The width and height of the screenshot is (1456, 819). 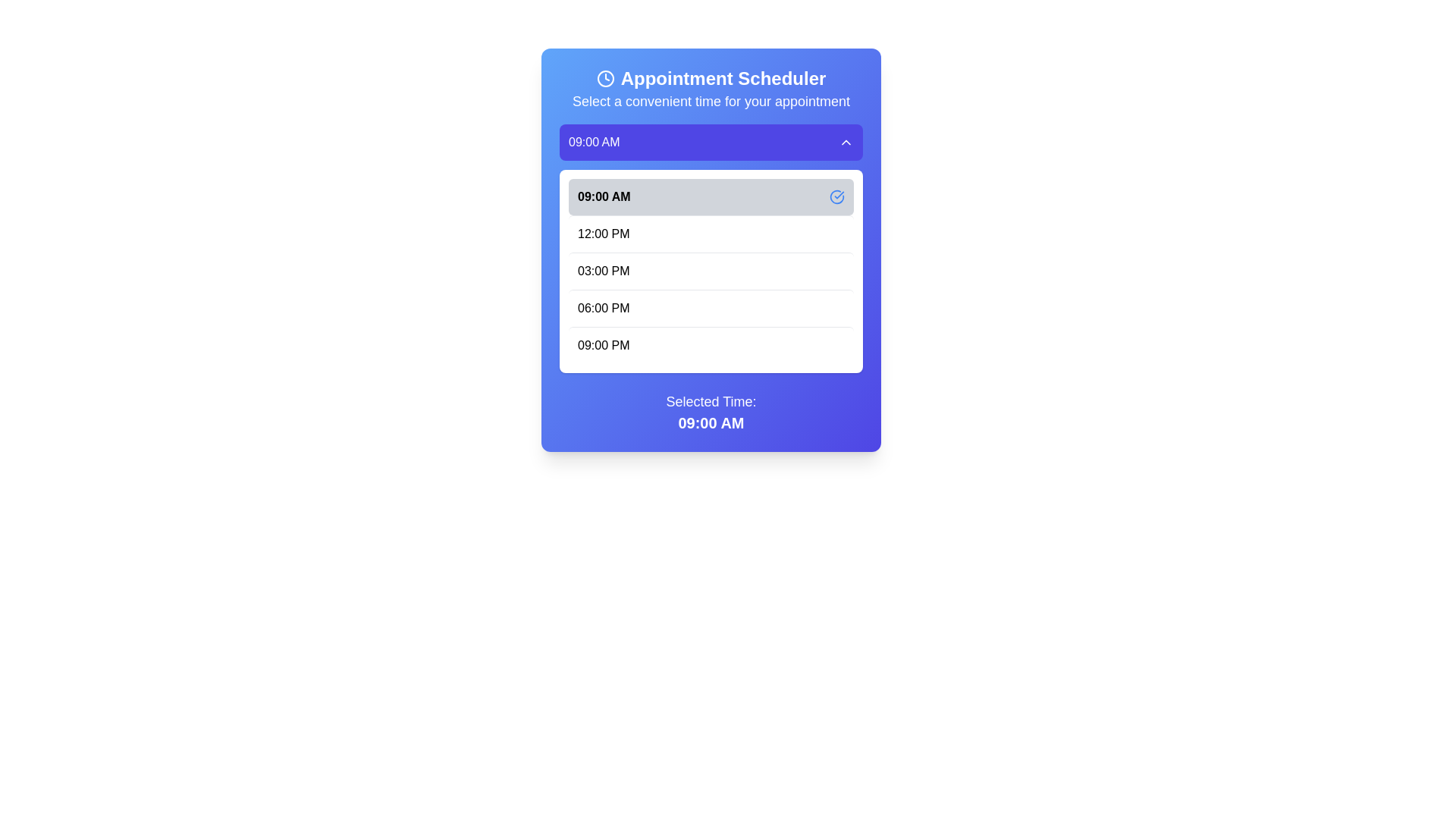 I want to click on the text label that reads 'Selected Time:' which is bold and large, located at the bottom of the scheduler interface above the '09:00 AM' time display, so click(x=710, y=400).